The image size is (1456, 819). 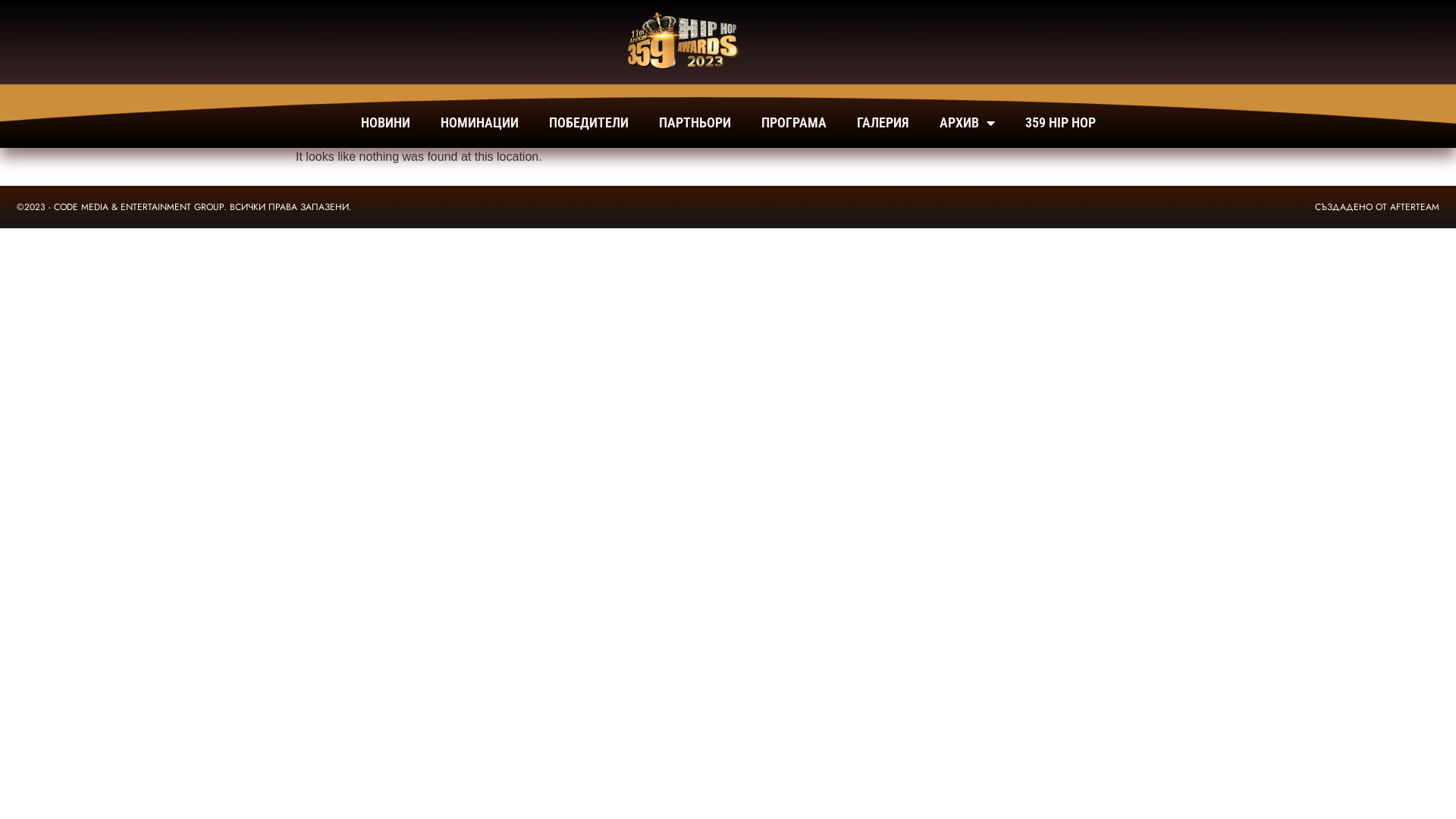 I want to click on '359 HIP HOP', so click(x=1059, y=122).